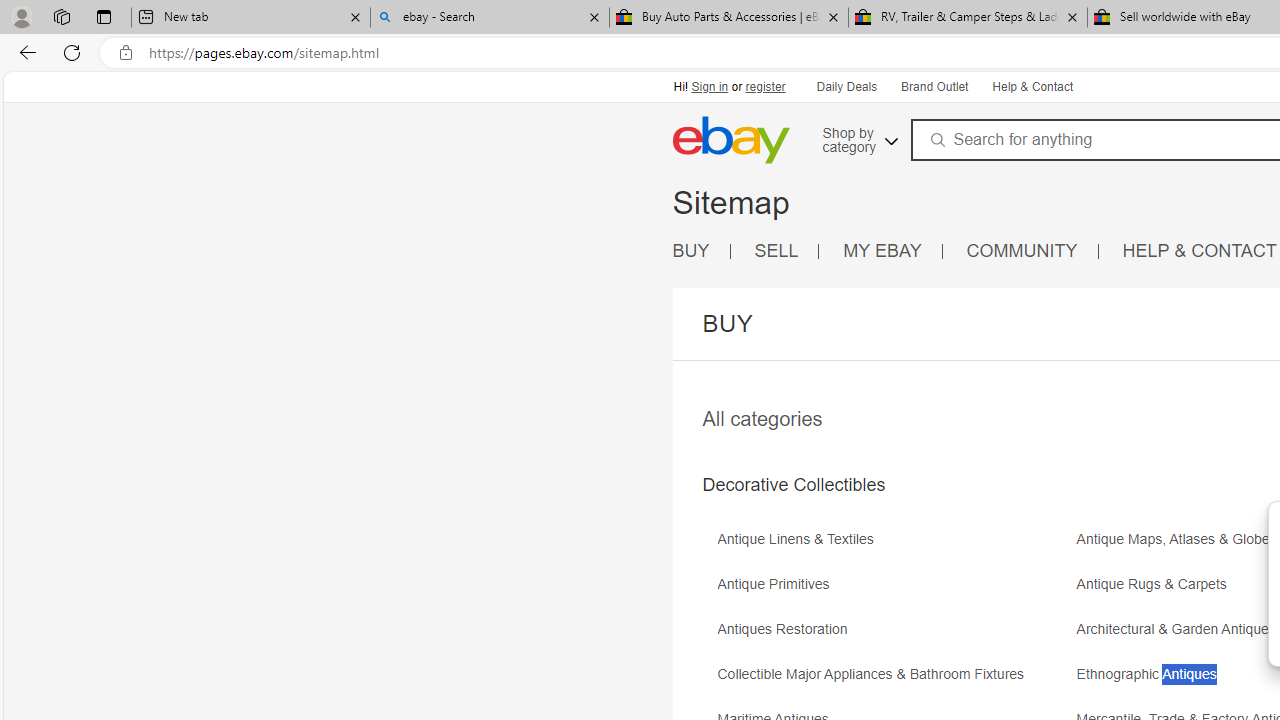 This screenshot has width=1280, height=720. I want to click on 'MY EBAY', so click(881, 249).